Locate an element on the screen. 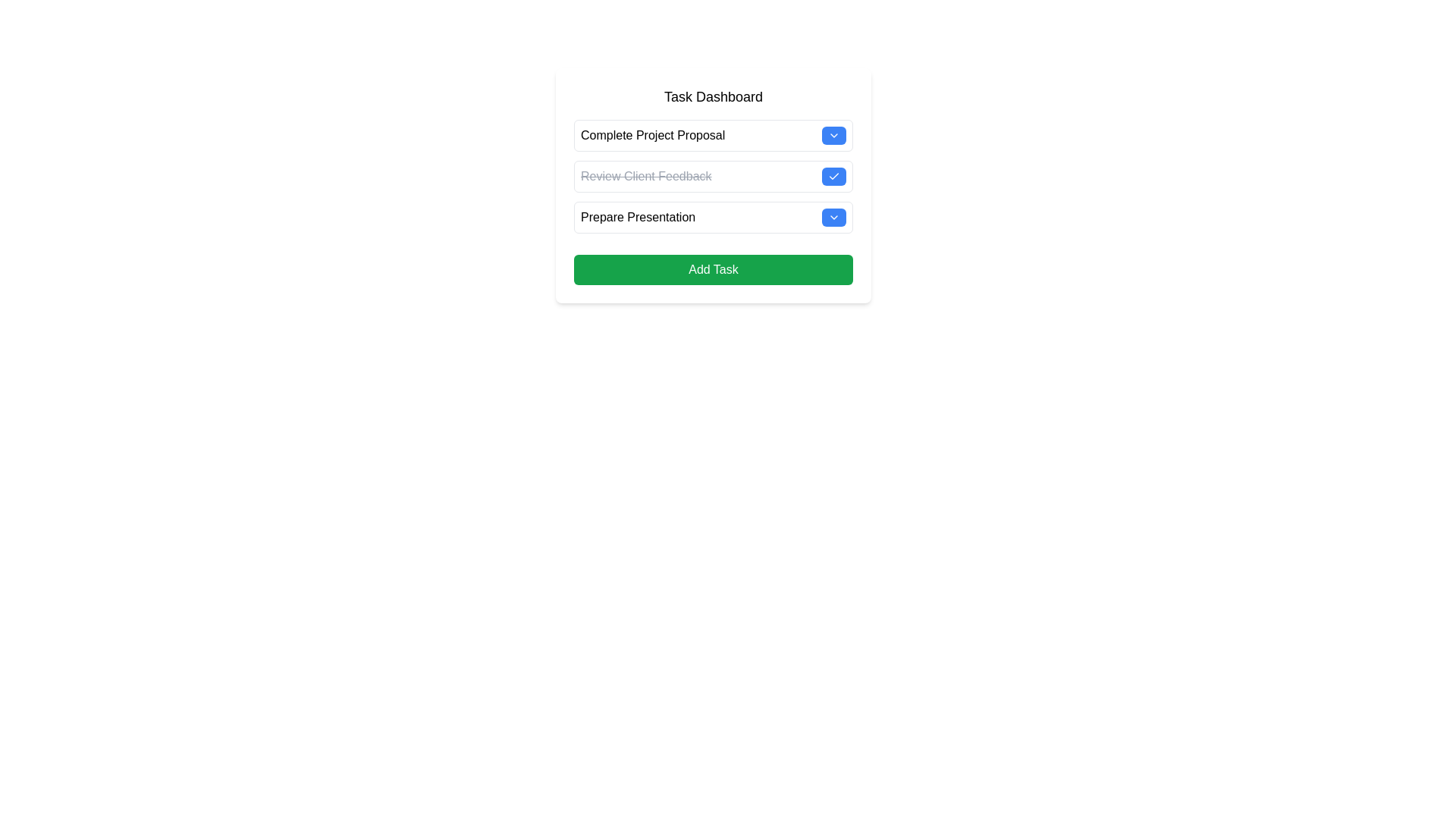 This screenshot has height=819, width=1456. the checkmark icon within the 'Review Client Feedback' task item, which has a blue background and white stroke, indicating completion or confirmation is located at coordinates (833, 175).